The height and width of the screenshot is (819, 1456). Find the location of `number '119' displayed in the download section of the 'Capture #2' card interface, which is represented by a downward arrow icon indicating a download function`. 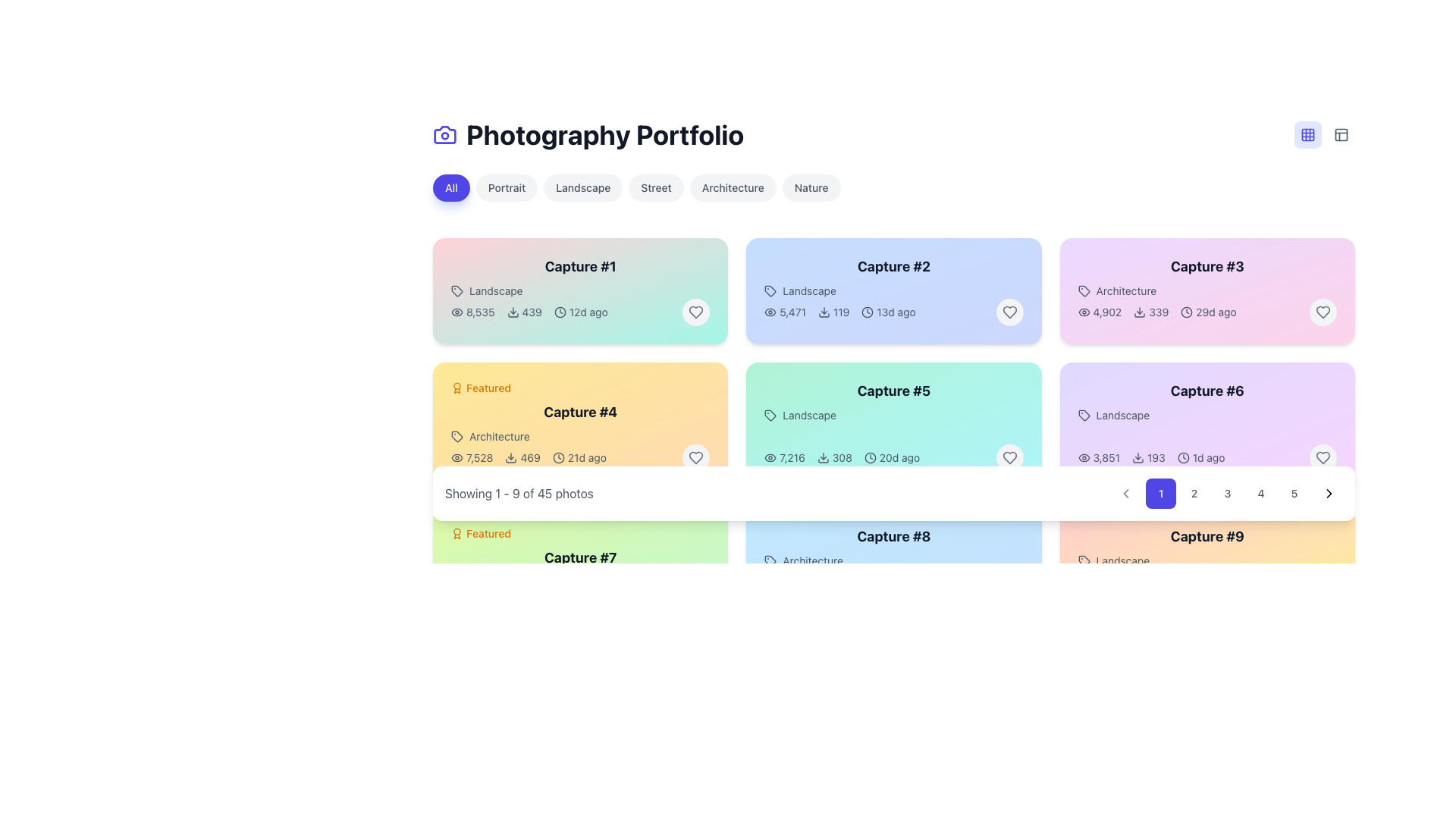

number '119' displayed in the download section of the 'Capture #2' card interface, which is represented by a downward arrow icon indicating a download function is located at coordinates (833, 312).